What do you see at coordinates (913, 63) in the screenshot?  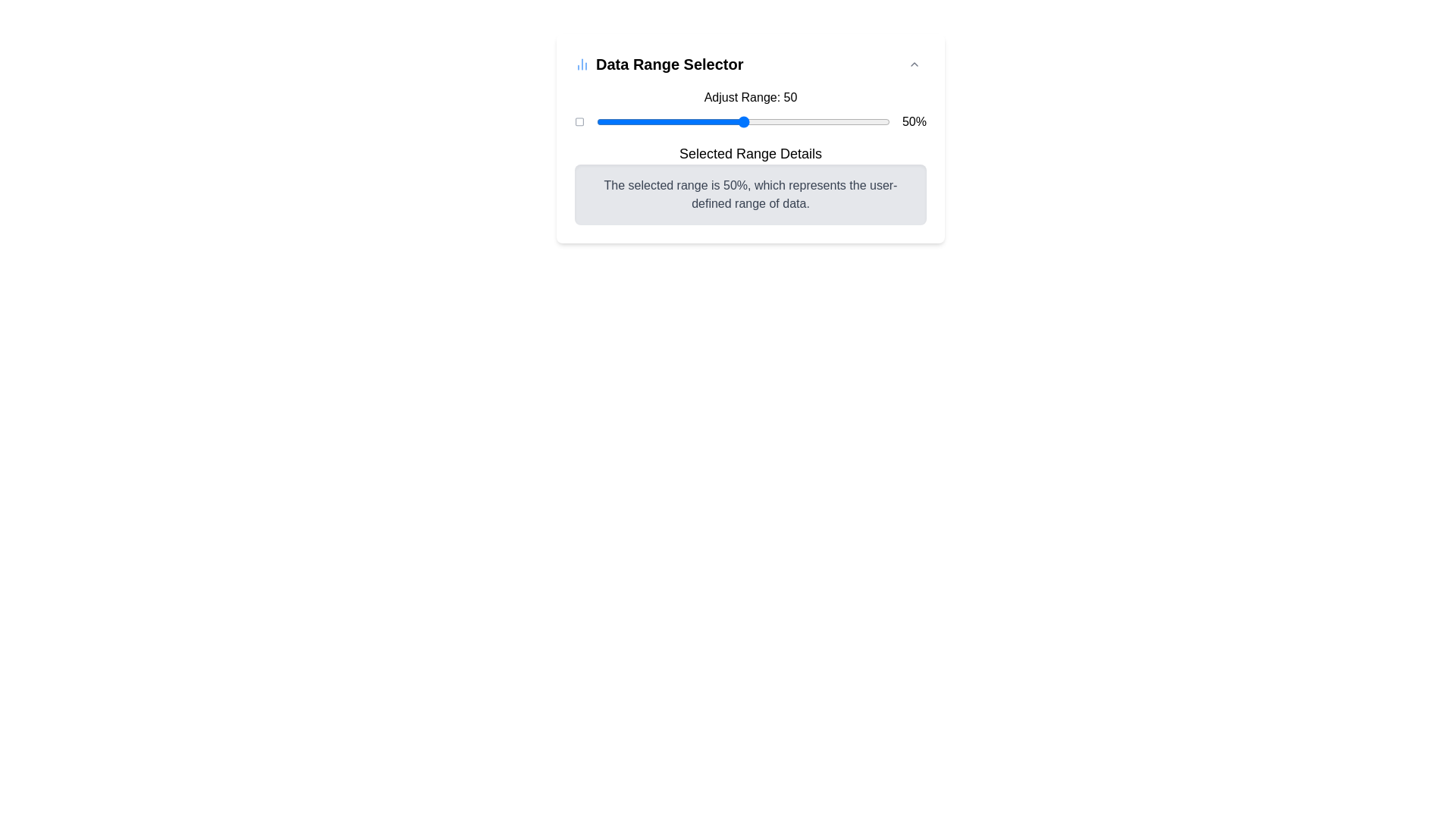 I see `the expand/collapse button to toggle the visibility of the details section` at bounding box center [913, 63].